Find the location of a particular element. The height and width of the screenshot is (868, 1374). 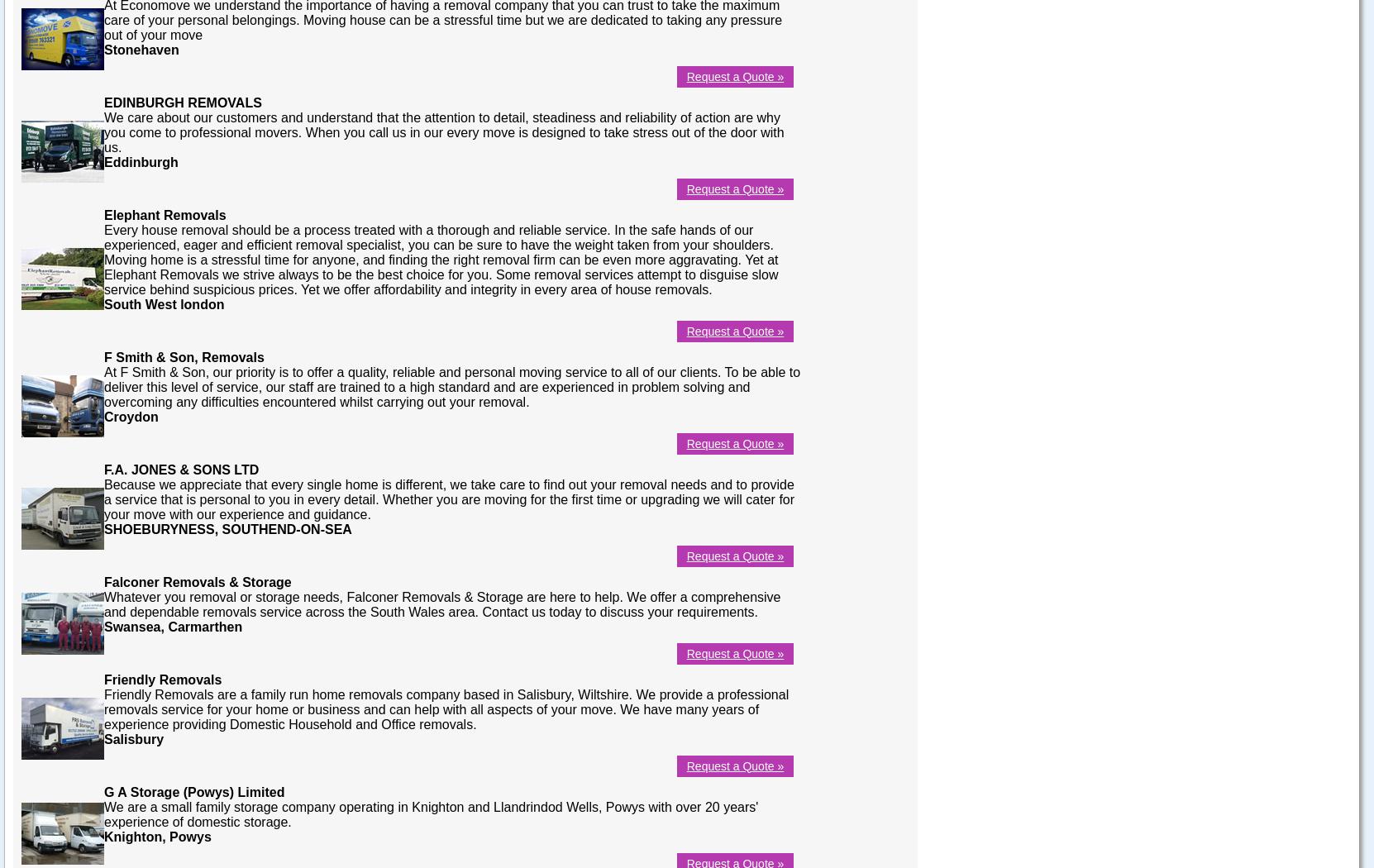

'Friendly Removals are a family run home removals company based in Salisbury, Wiltshire. We provide a professional removals service for your home or business and can help with all aspects of your move. We have many years of experience providing Domestic Household and Office removals.' is located at coordinates (103, 708).